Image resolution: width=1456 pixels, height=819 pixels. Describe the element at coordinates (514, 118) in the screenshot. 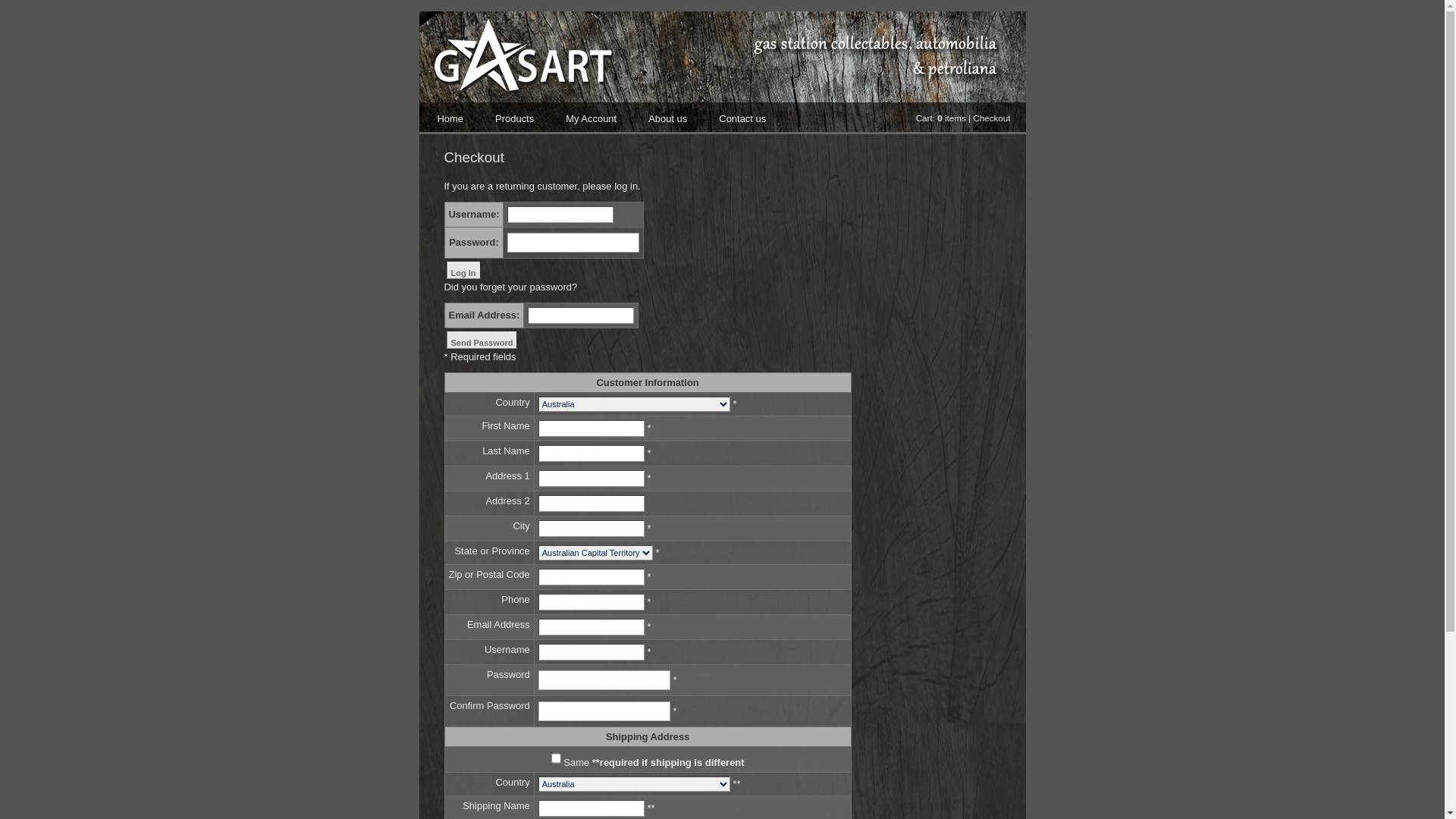

I see `'Products'` at that location.